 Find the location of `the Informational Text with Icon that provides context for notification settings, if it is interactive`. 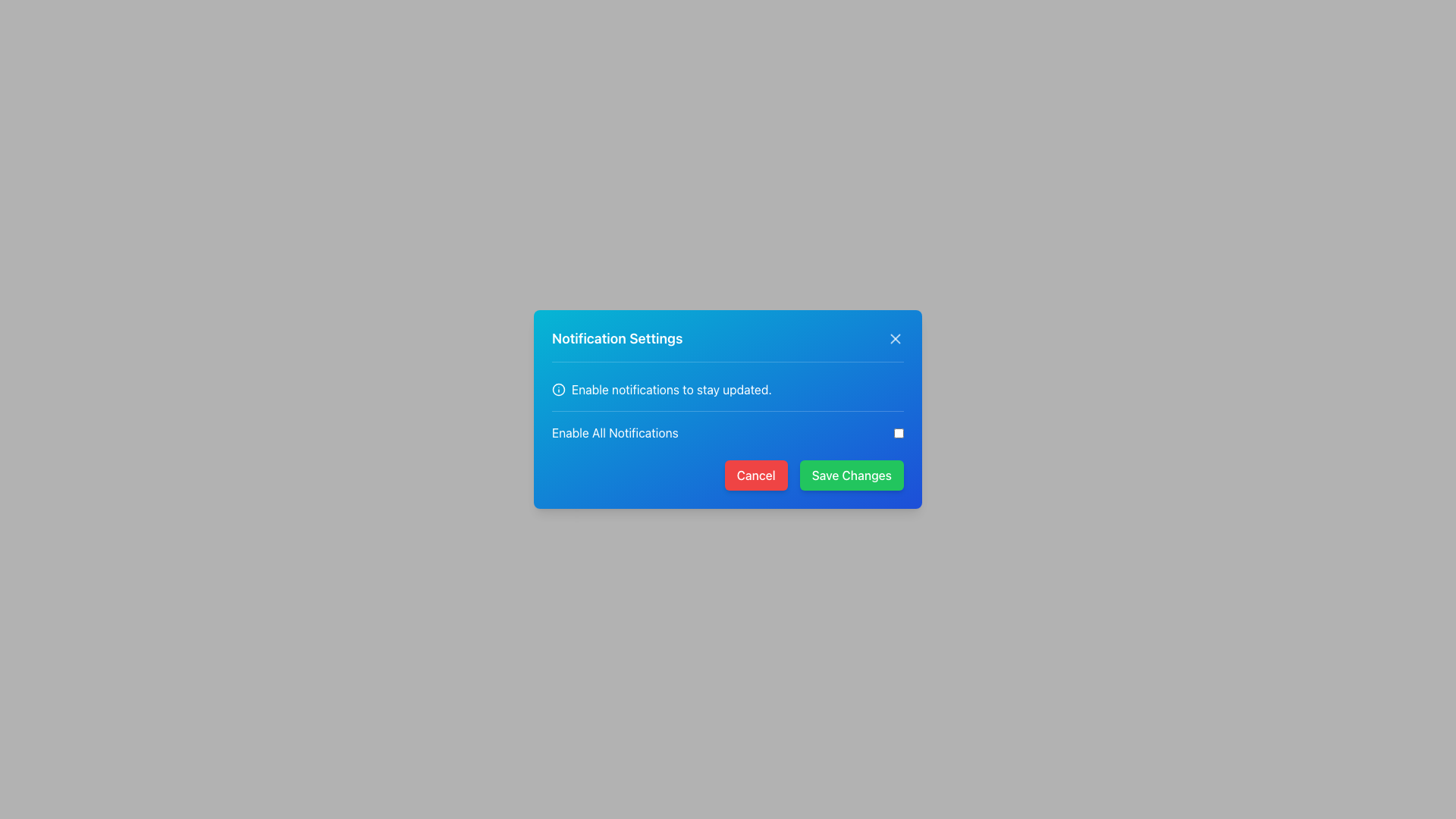

the Informational Text with Icon that provides context for notification settings, if it is interactive is located at coordinates (728, 388).